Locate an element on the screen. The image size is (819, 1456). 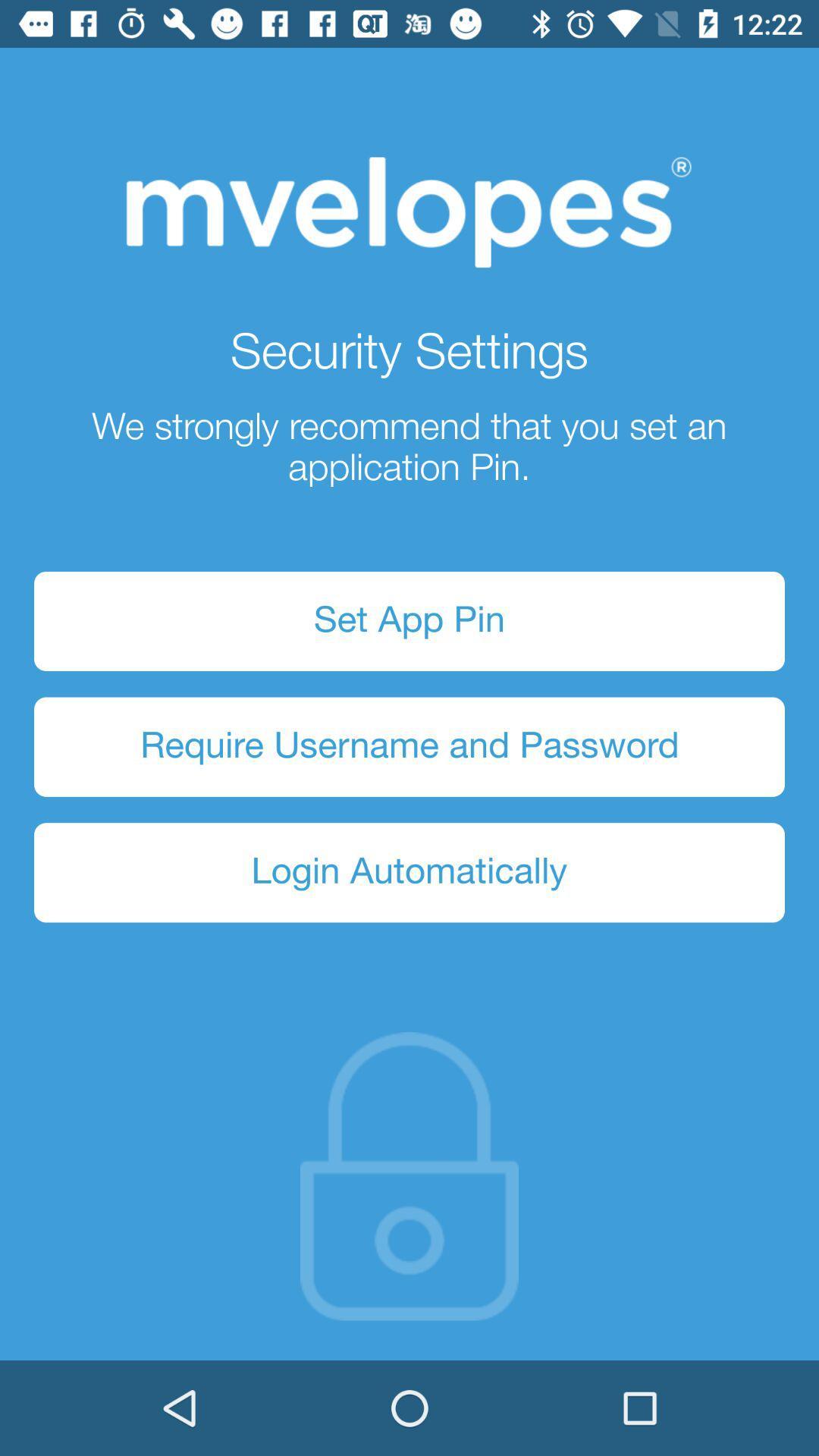
icon below set app pin is located at coordinates (409, 747).